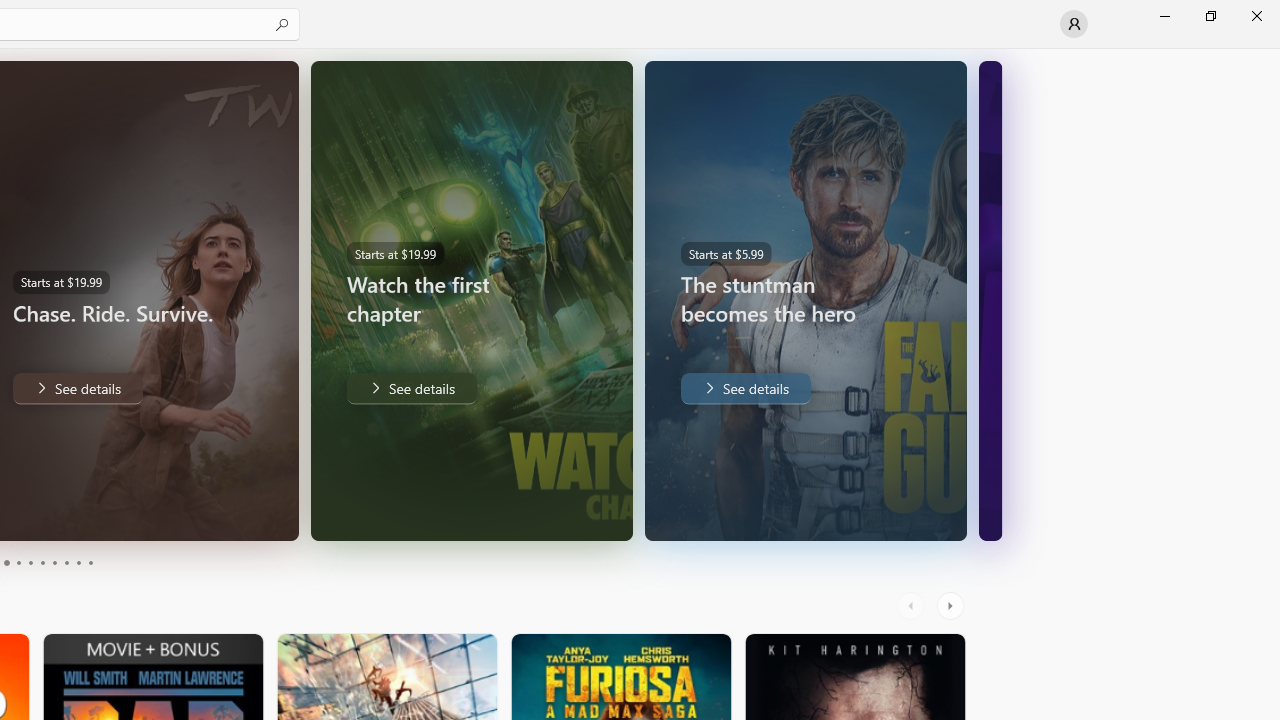 The image size is (1280, 720). I want to click on 'Page 4', so click(17, 563).